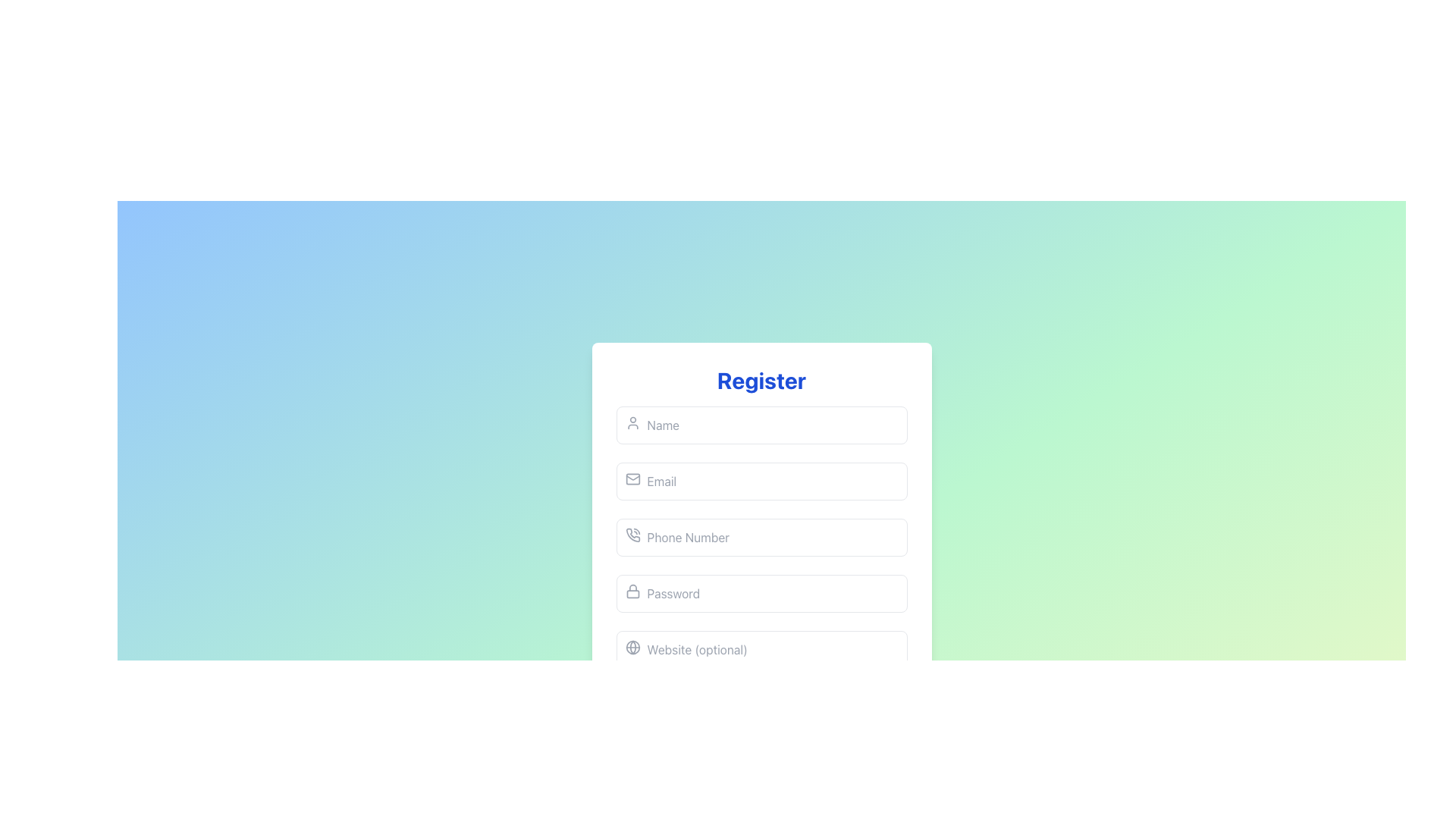 This screenshot has height=819, width=1456. What do you see at coordinates (761, 537) in the screenshot?
I see `the phone number text input field` at bounding box center [761, 537].